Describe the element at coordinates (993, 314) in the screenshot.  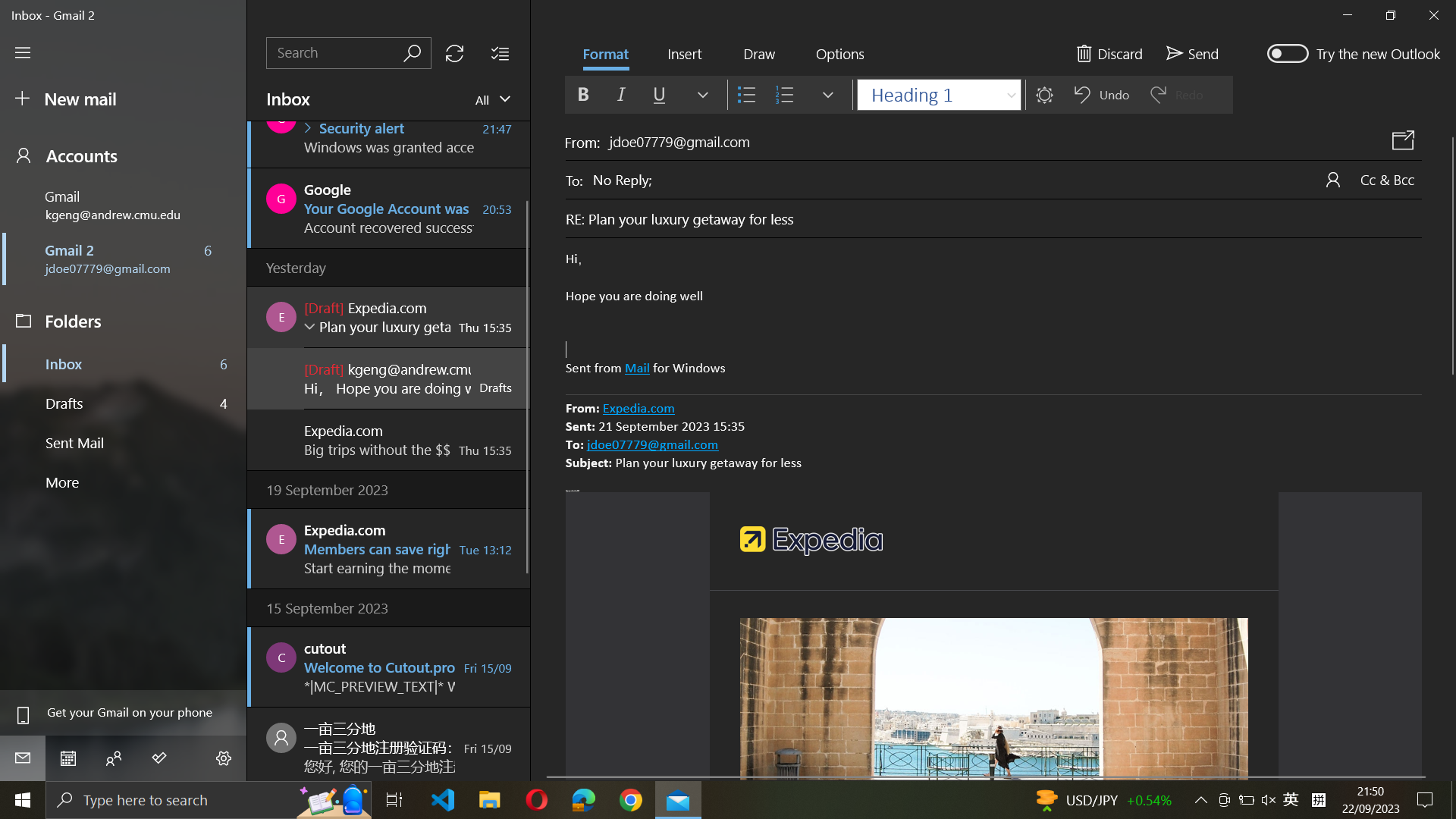
I see `Underline text in mail body` at that location.